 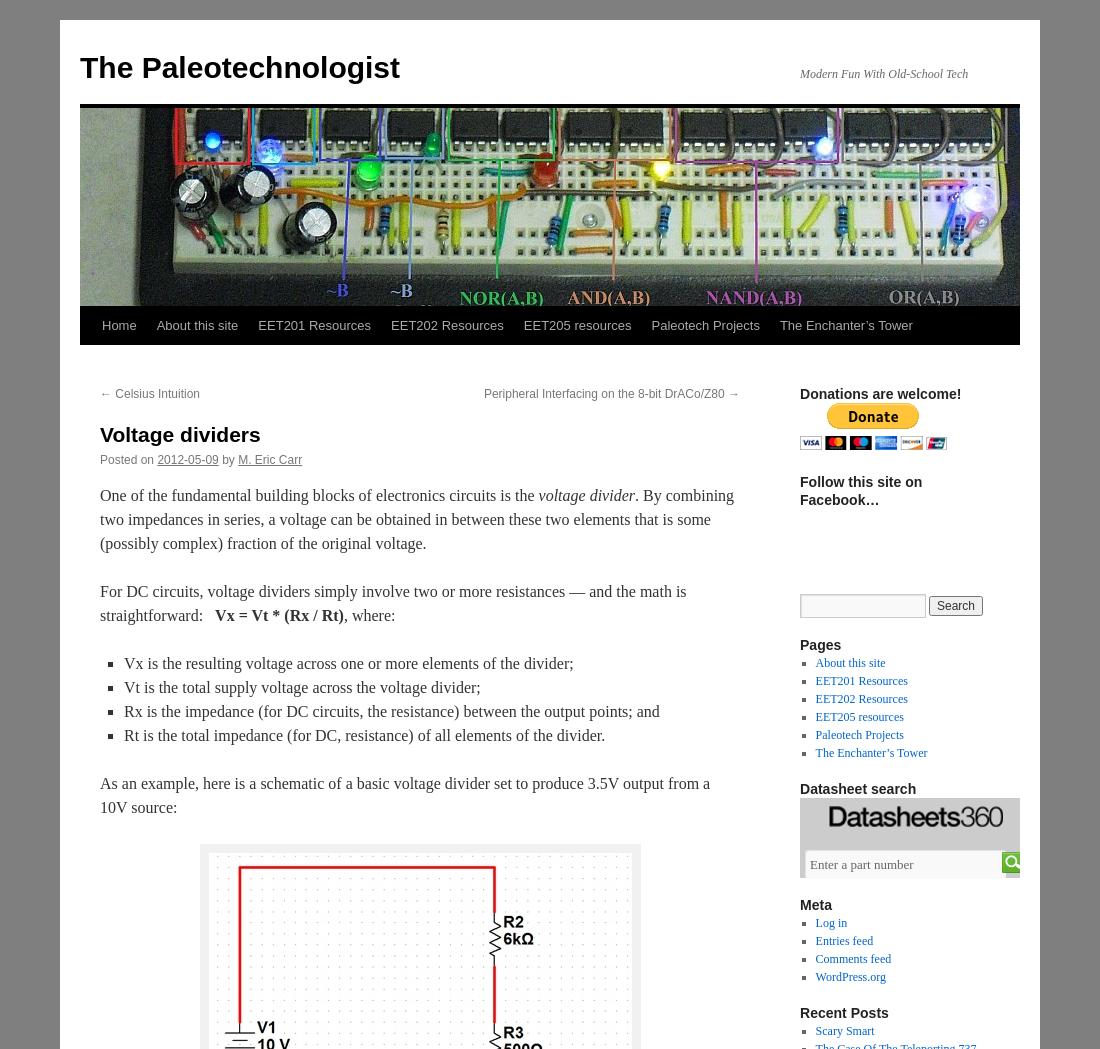 I want to click on 'EET202 Resources', so click(x=859, y=698).